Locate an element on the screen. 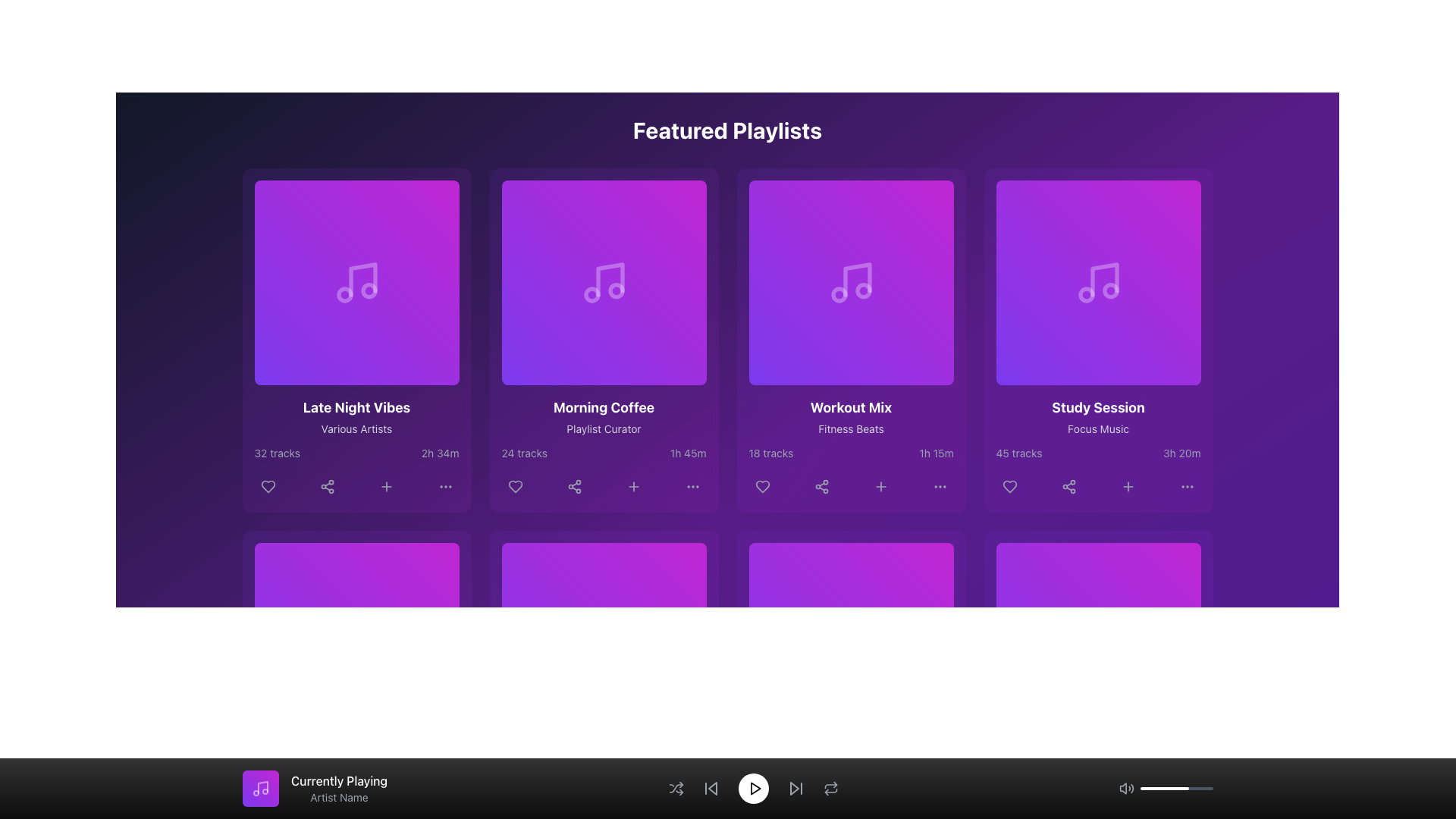 This screenshot has width=1456, height=819. the left-most circle of the musical note icon in the 'Late Night Vibes' card located in the top-left area of the grid list under 'Featured Playlists' is located at coordinates (344, 295).